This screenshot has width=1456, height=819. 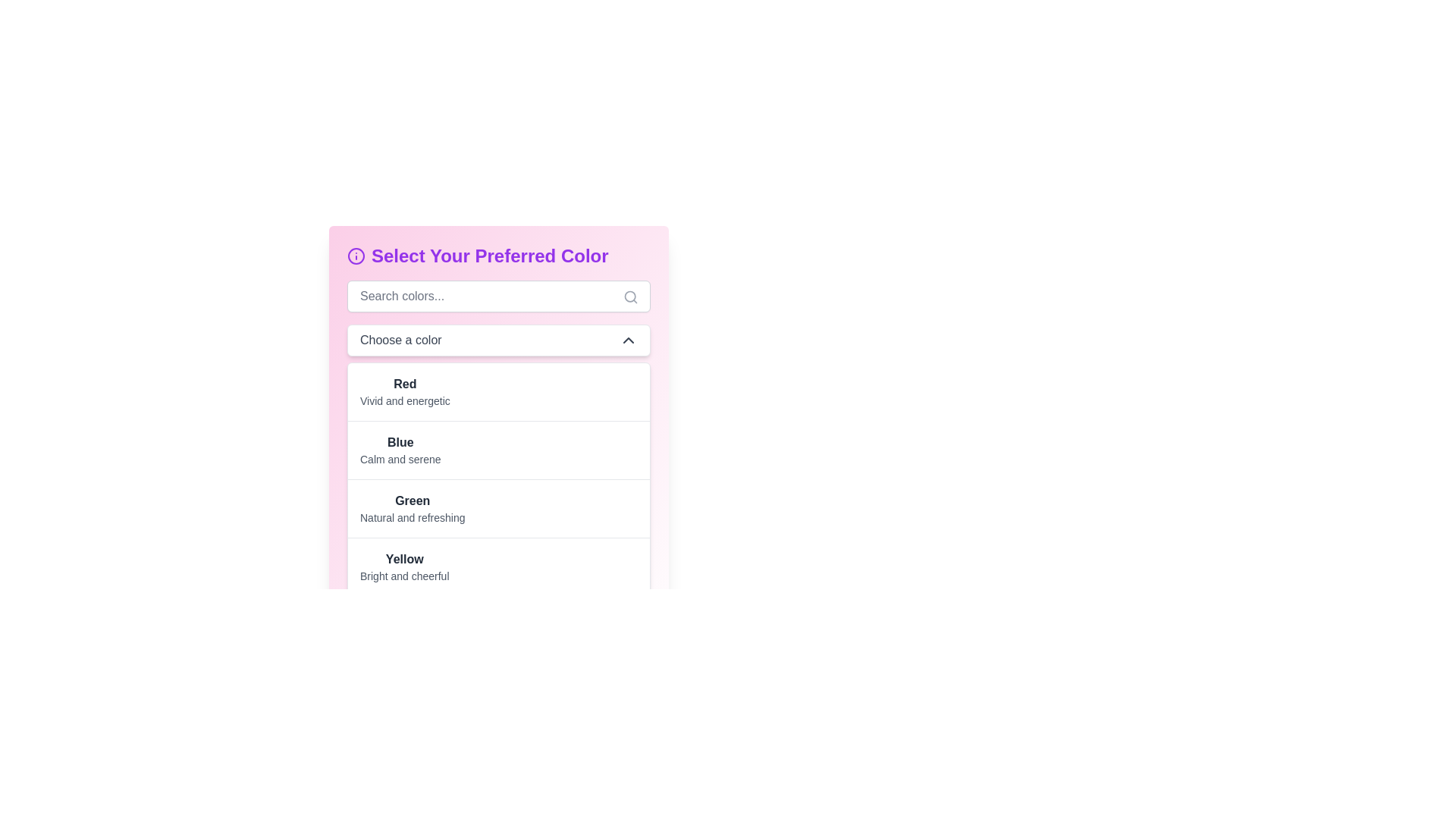 I want to click on the List item between 'Blue' and 'Yellow' in the color picker interface, so click(x=403, y=626).